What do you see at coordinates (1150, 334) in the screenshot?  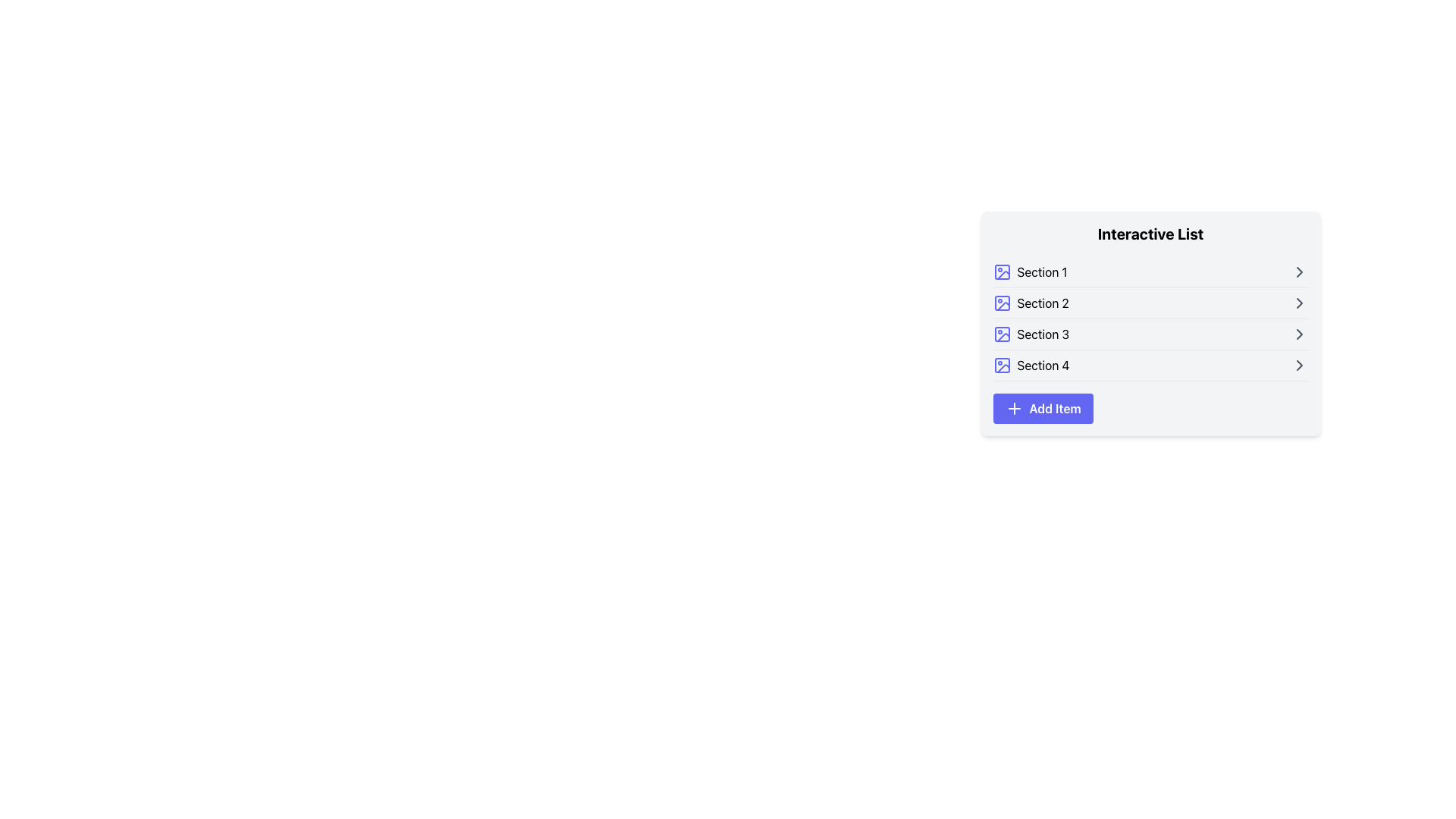 I see `the row labeled 'Section 3' in the vertical list` at bounding box center [1150, 334].